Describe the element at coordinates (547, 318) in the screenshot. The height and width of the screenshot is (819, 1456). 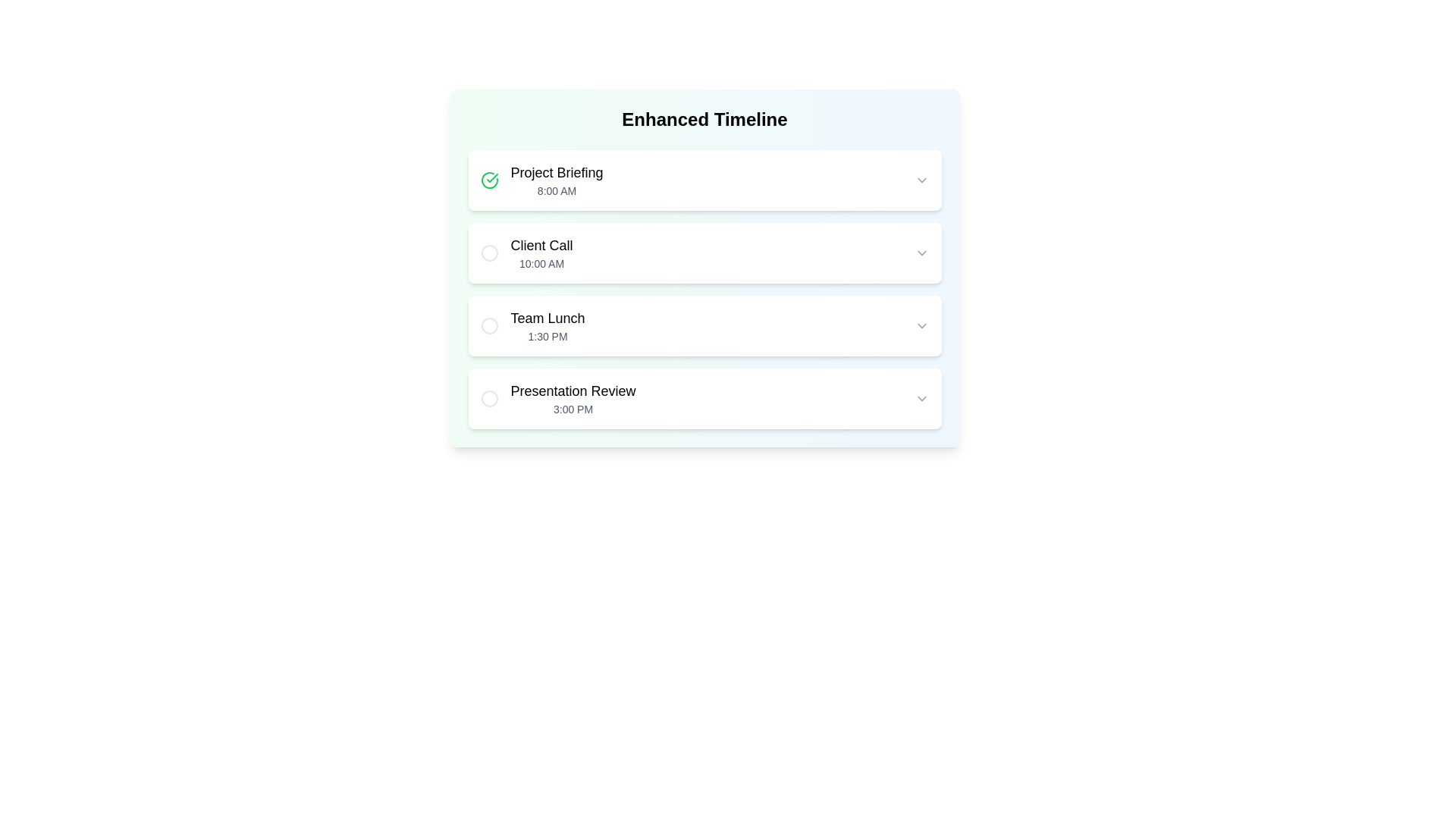
I see `text from the 'Team Lunch' label, which is displayed in a medium font size and bold styling, located on the third white card in a vertical list of cards` at that location.